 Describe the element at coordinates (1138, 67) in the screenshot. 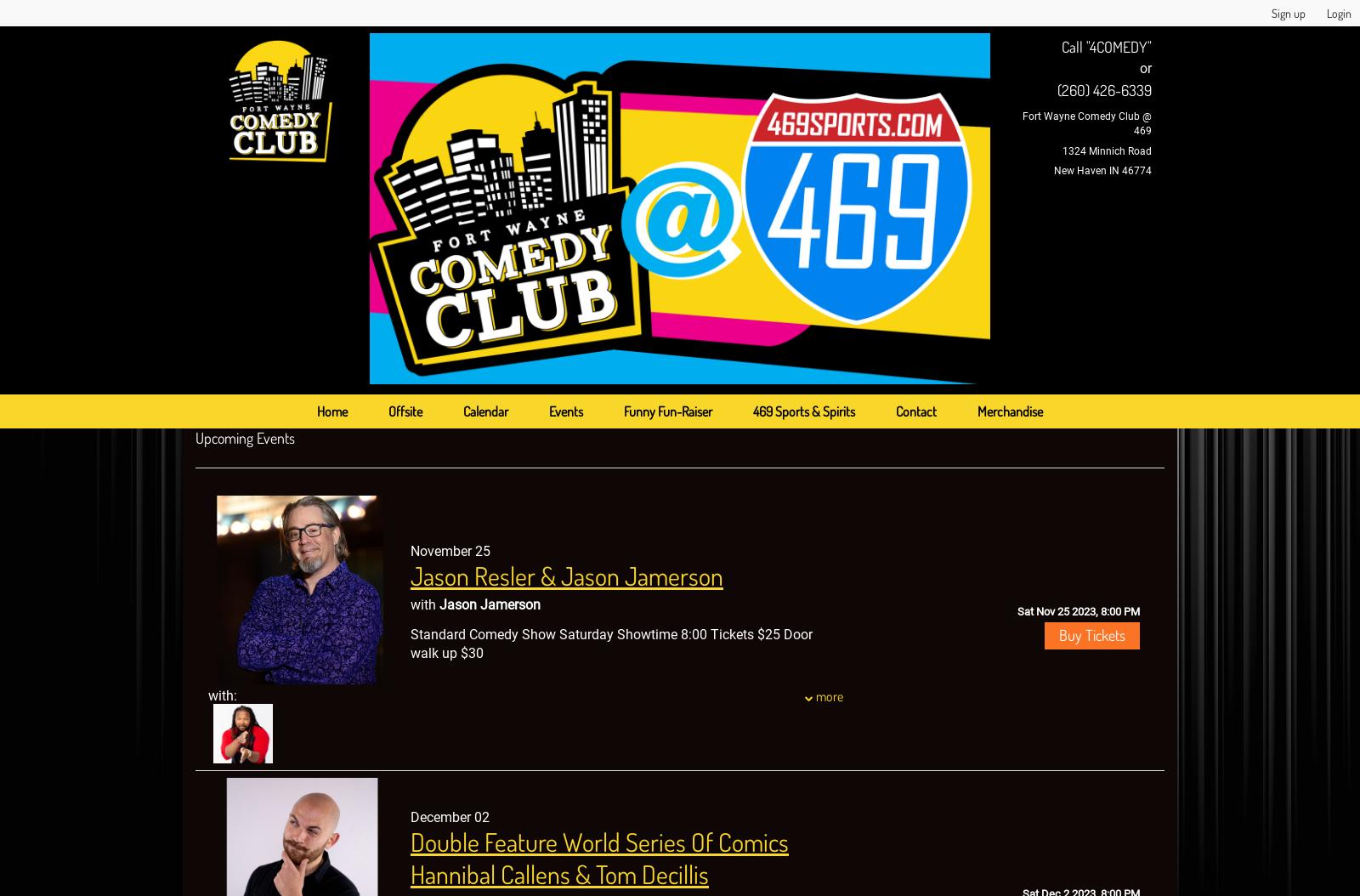

I see `'or'` at that location.